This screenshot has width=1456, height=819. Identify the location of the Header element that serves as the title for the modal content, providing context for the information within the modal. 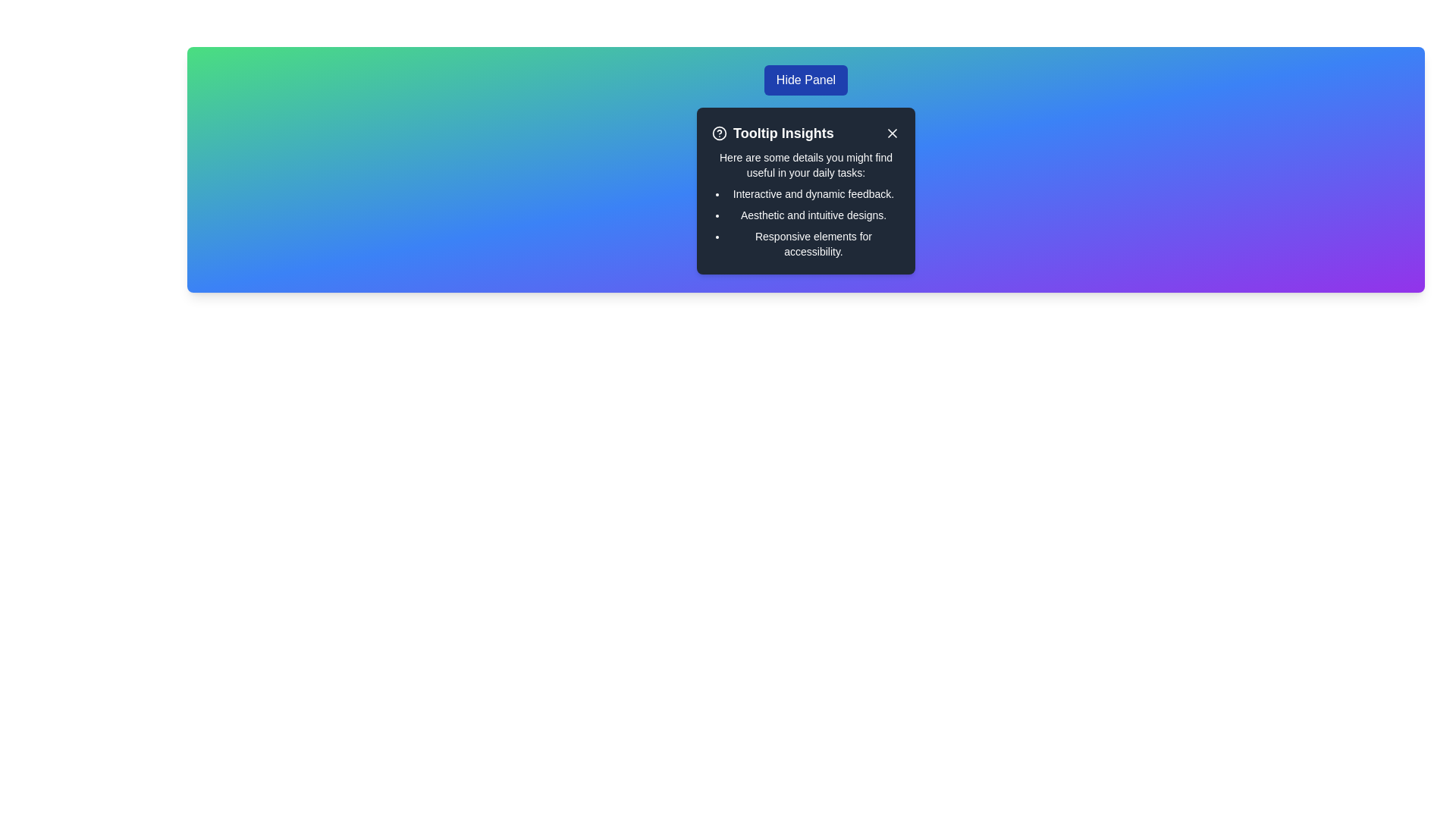
(805, 133).